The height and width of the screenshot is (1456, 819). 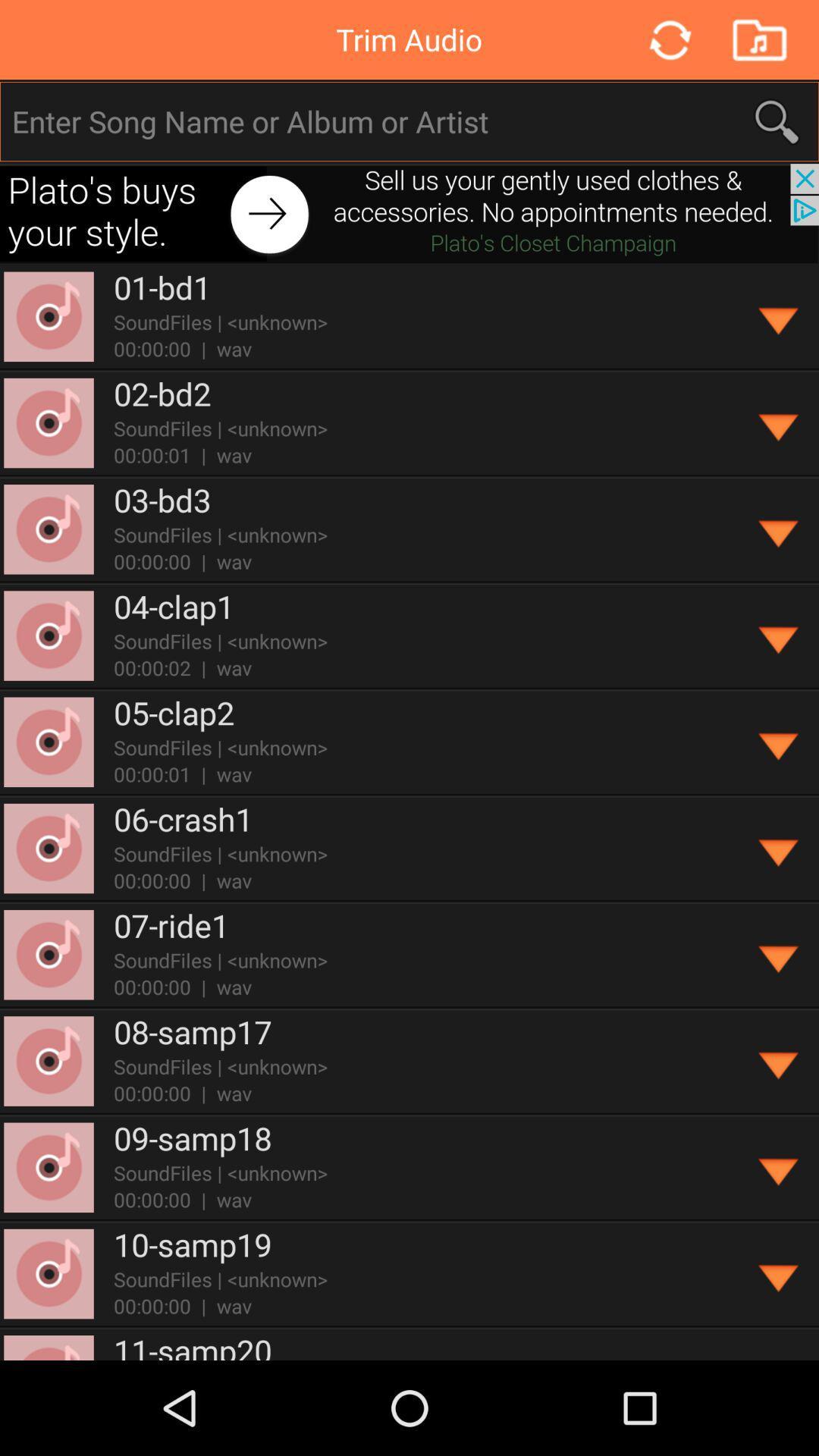 What do you see at coordinates (779, 1167) in the screenshot?
I see `see more` at bounding box center [779, 1167].